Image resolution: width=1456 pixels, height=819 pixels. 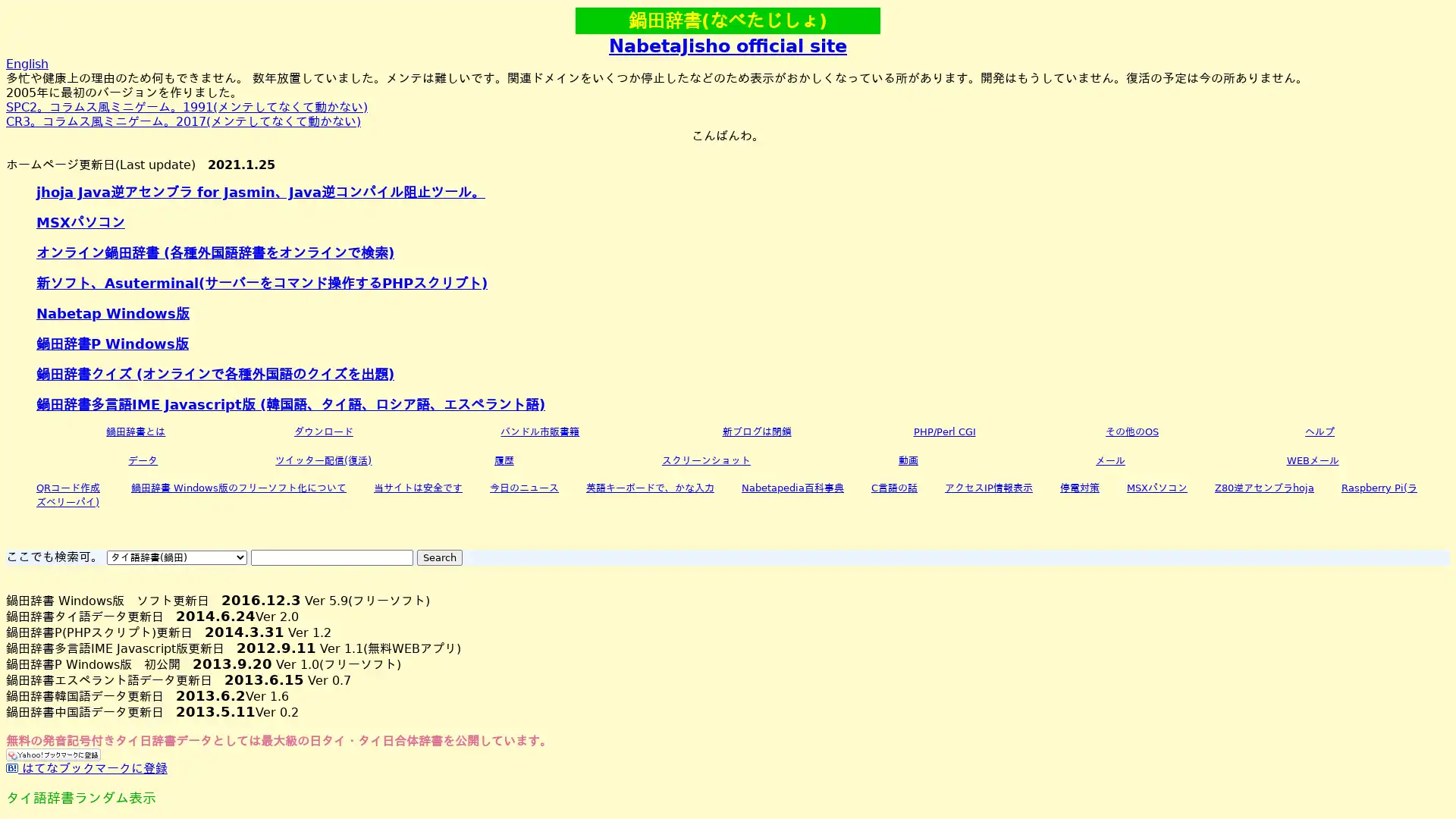 I want to click on Search, so click(x=439, y=557).